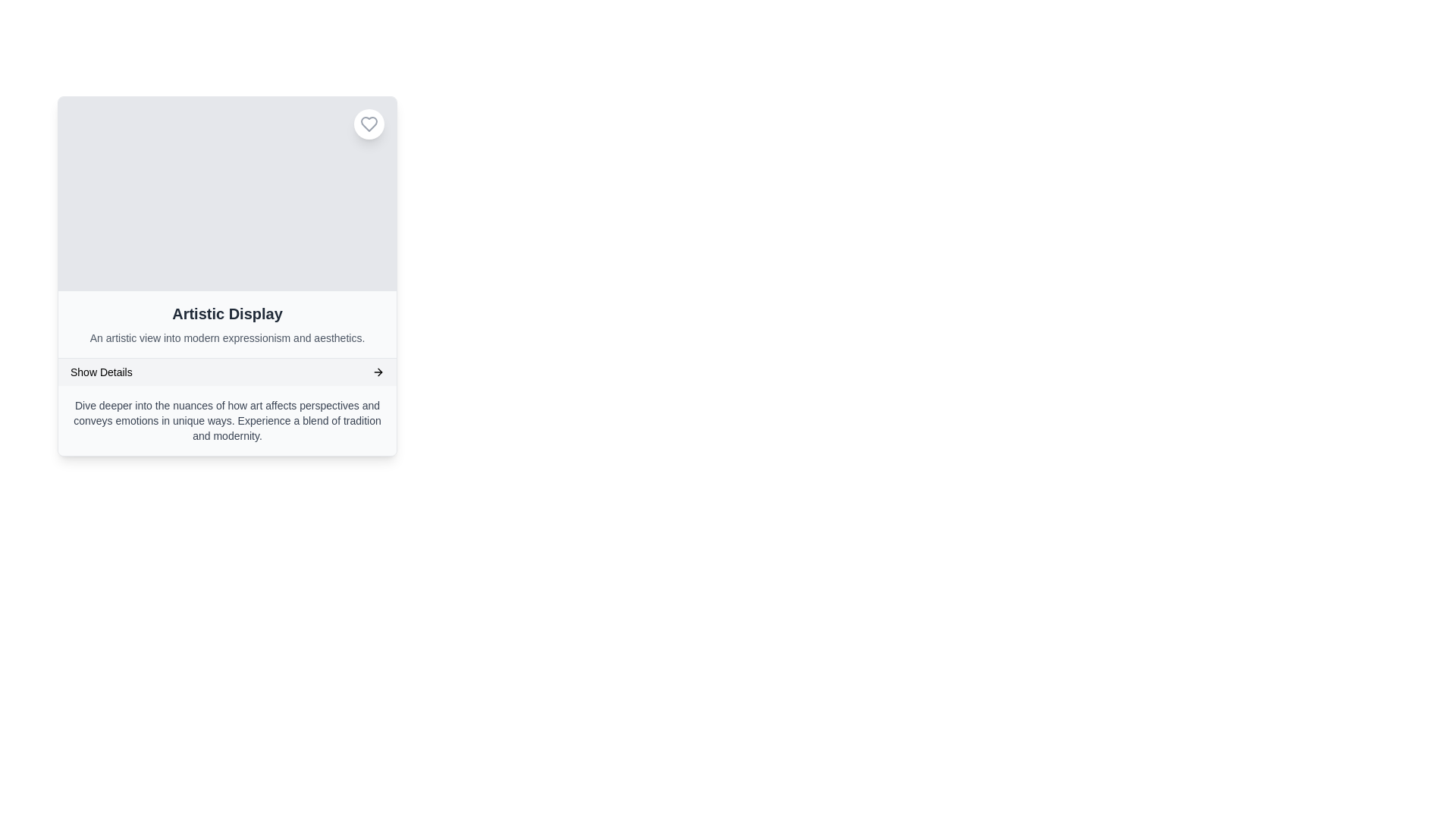 Image resolution: width=1456 pixels, height=819 pixels. What do you see at coordinates (369, 124) in the screenshot?
I see `the heart icon in the top-right corner of the card component` at bounding box center [369, 124].